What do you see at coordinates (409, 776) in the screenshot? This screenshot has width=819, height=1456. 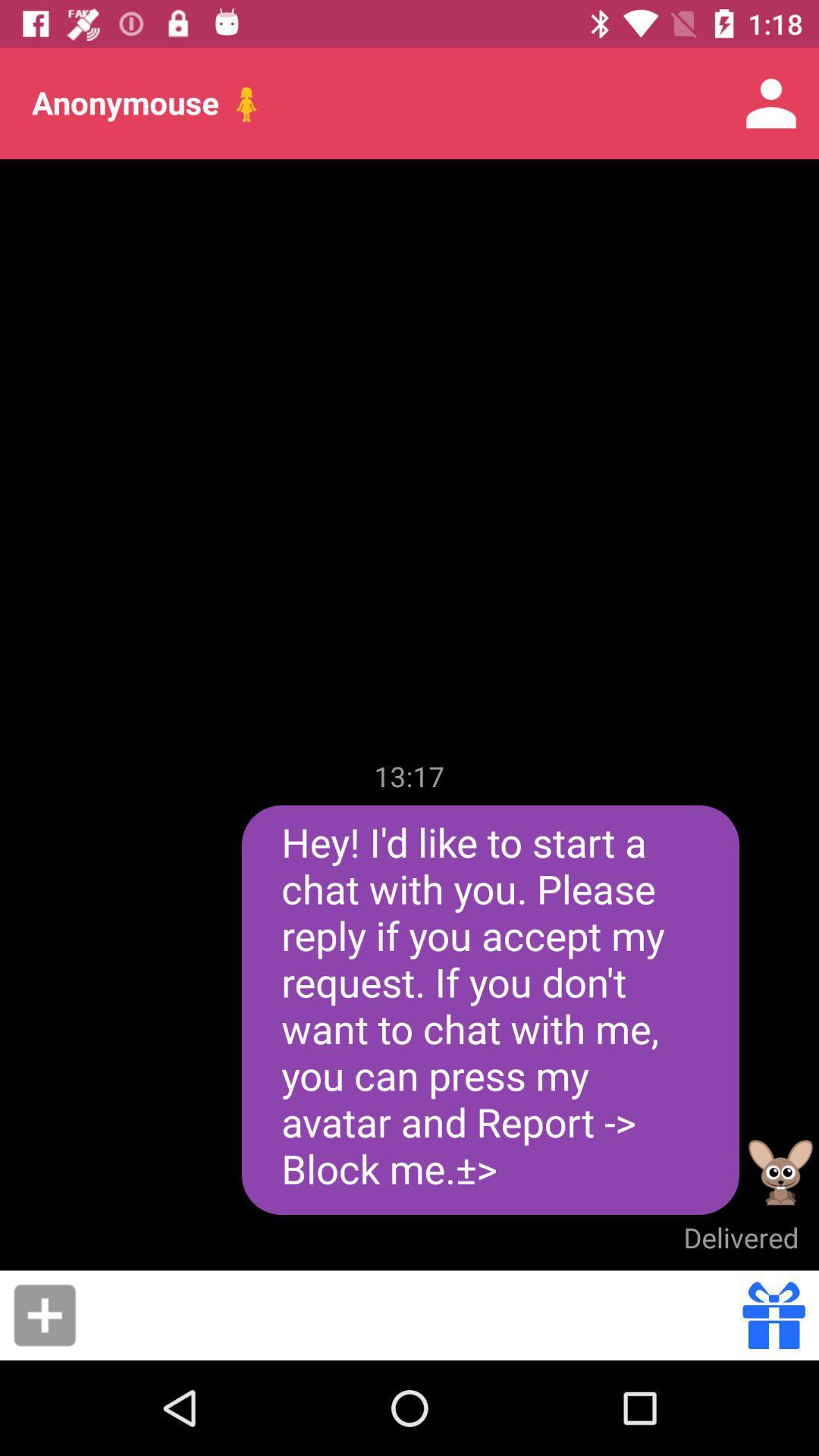 I see `13:17` at bounding box center [409, 776].